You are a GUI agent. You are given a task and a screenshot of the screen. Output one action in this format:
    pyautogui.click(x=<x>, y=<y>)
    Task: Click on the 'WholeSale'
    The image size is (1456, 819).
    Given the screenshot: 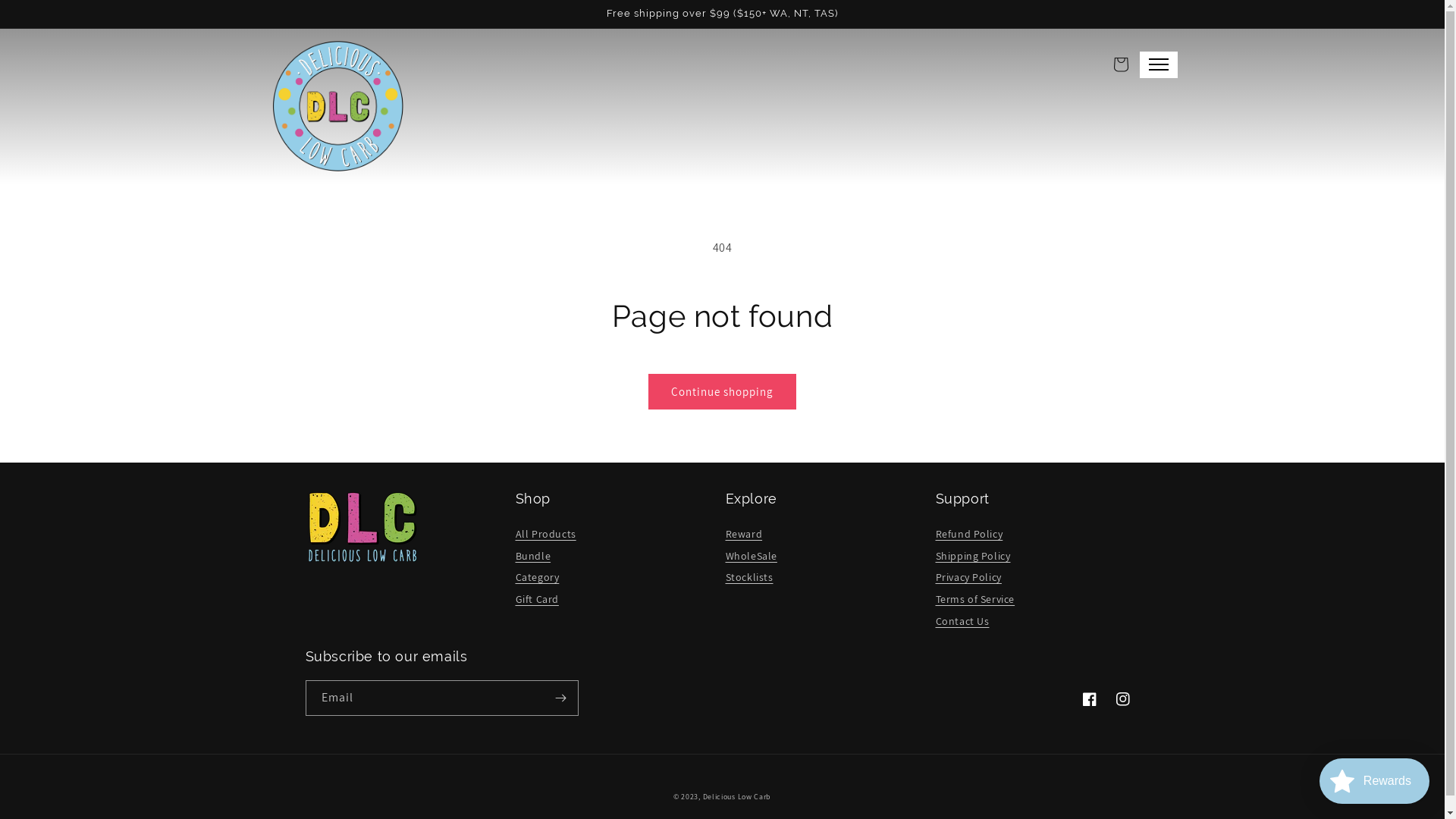 What is the action you would take?
    pyautogui.click(x=750, y=556)
    